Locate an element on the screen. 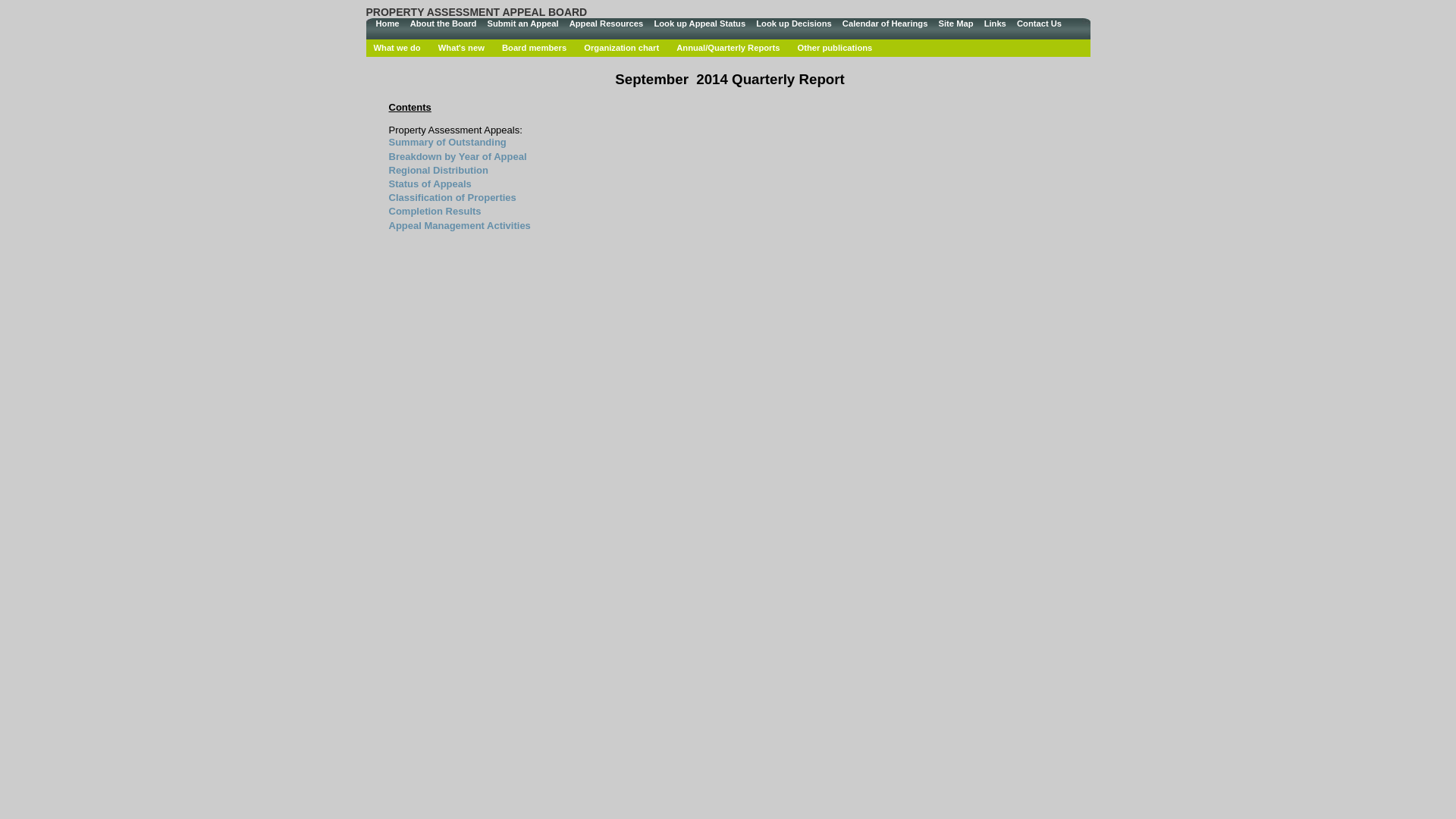 Image resolution: width=1456 pixels, height=819 pixels. 'Look up Appeal Status' is located at coordinates (698, 24).